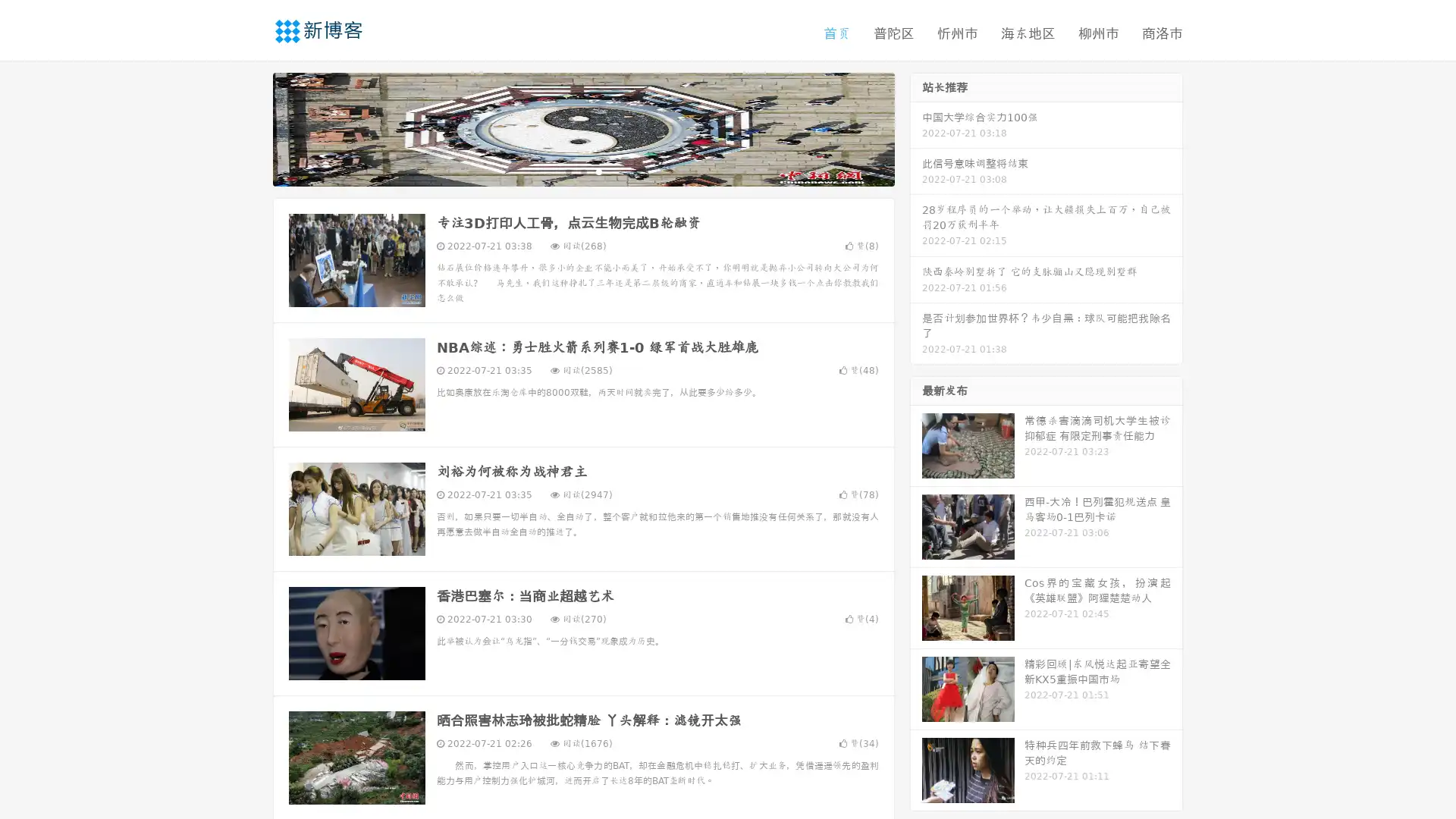 This screenshot has width=1456, height=819. I want to click on Next slide, so click(916, 127).